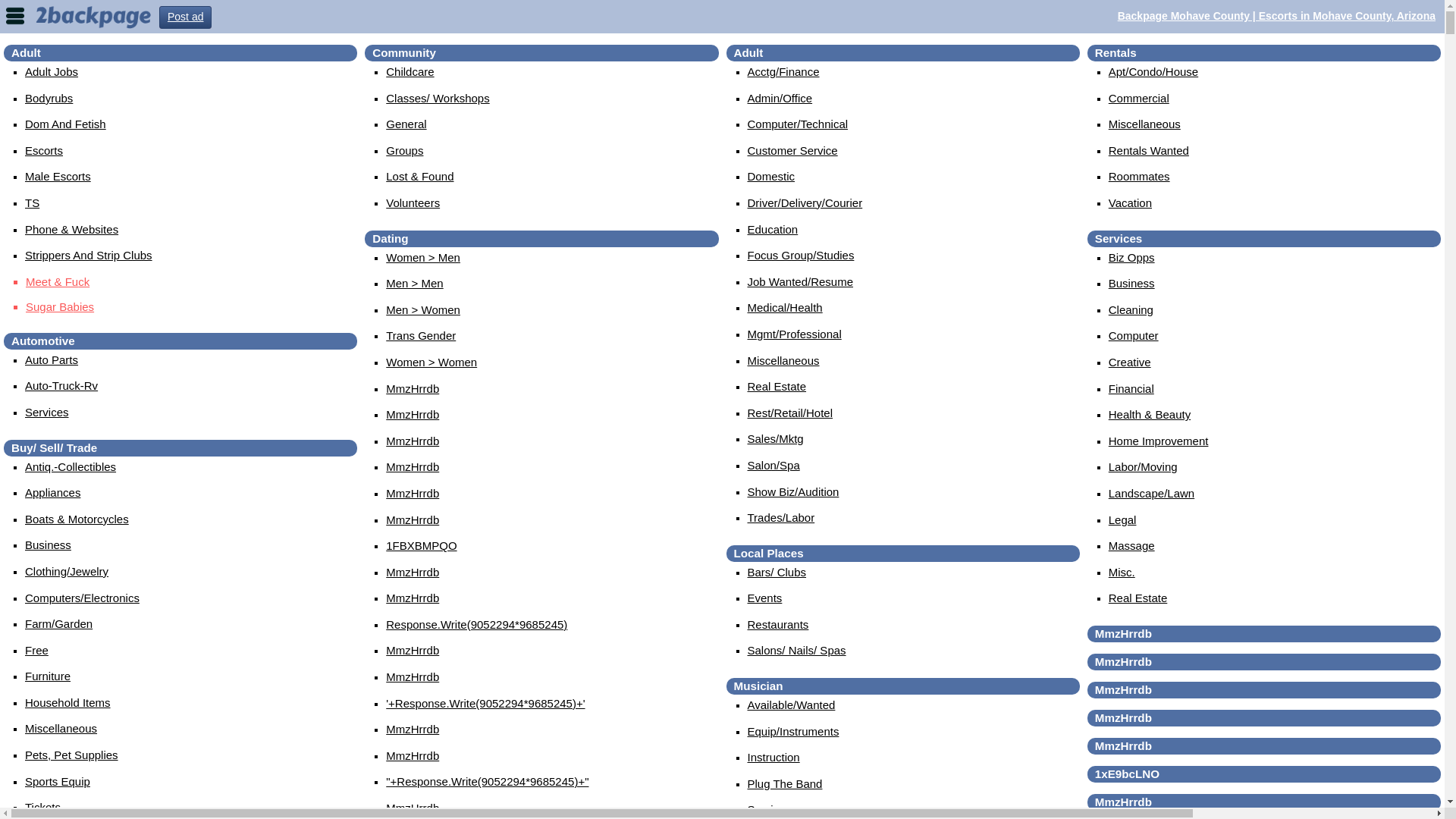 The image size is (1456, 819). I want to click on 'Computers/Electronics', so click(81, 597).